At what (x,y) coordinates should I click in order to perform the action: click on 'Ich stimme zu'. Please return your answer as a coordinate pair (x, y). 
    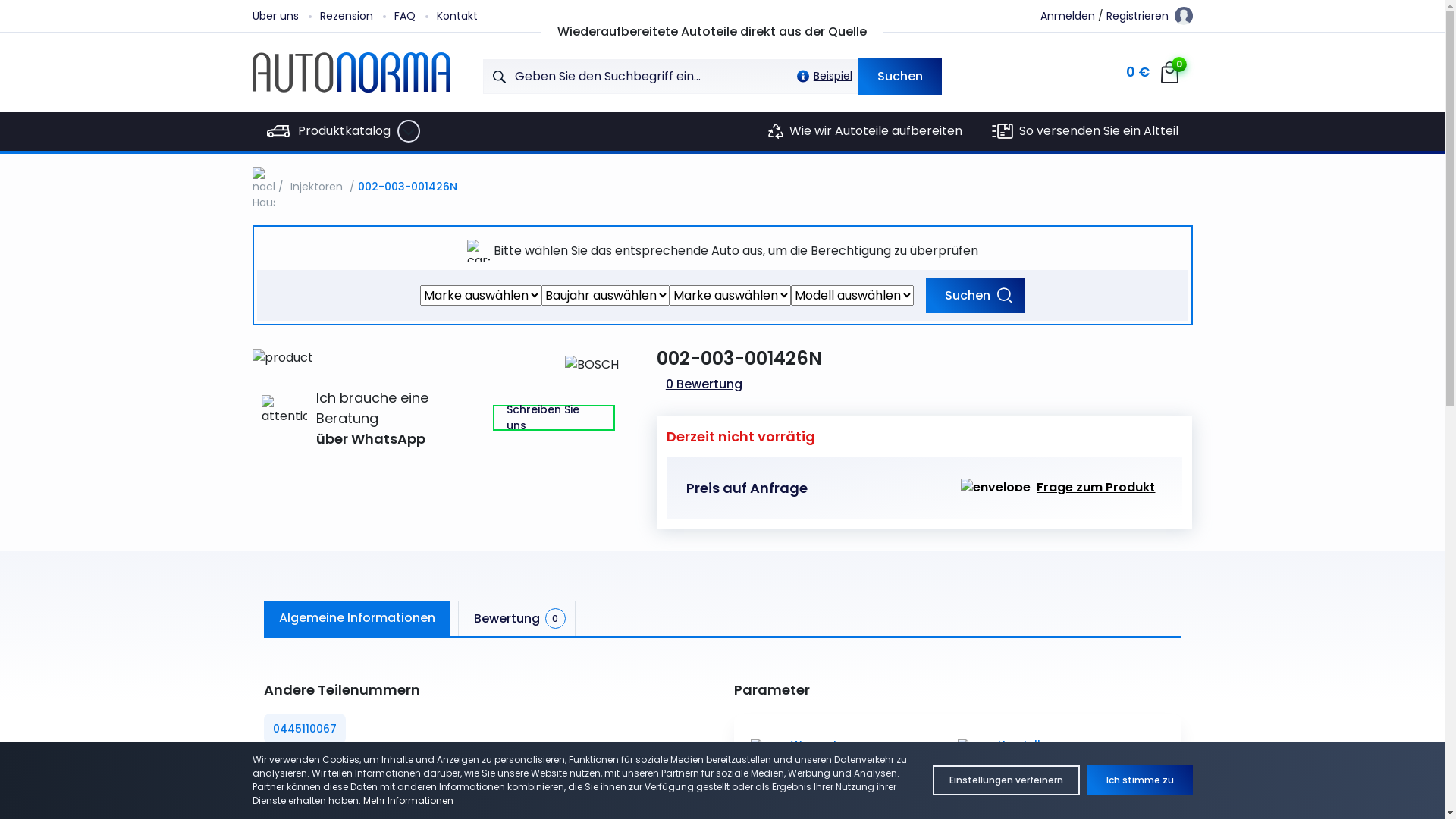
    Looking at the image, I should click on (1087, 780).